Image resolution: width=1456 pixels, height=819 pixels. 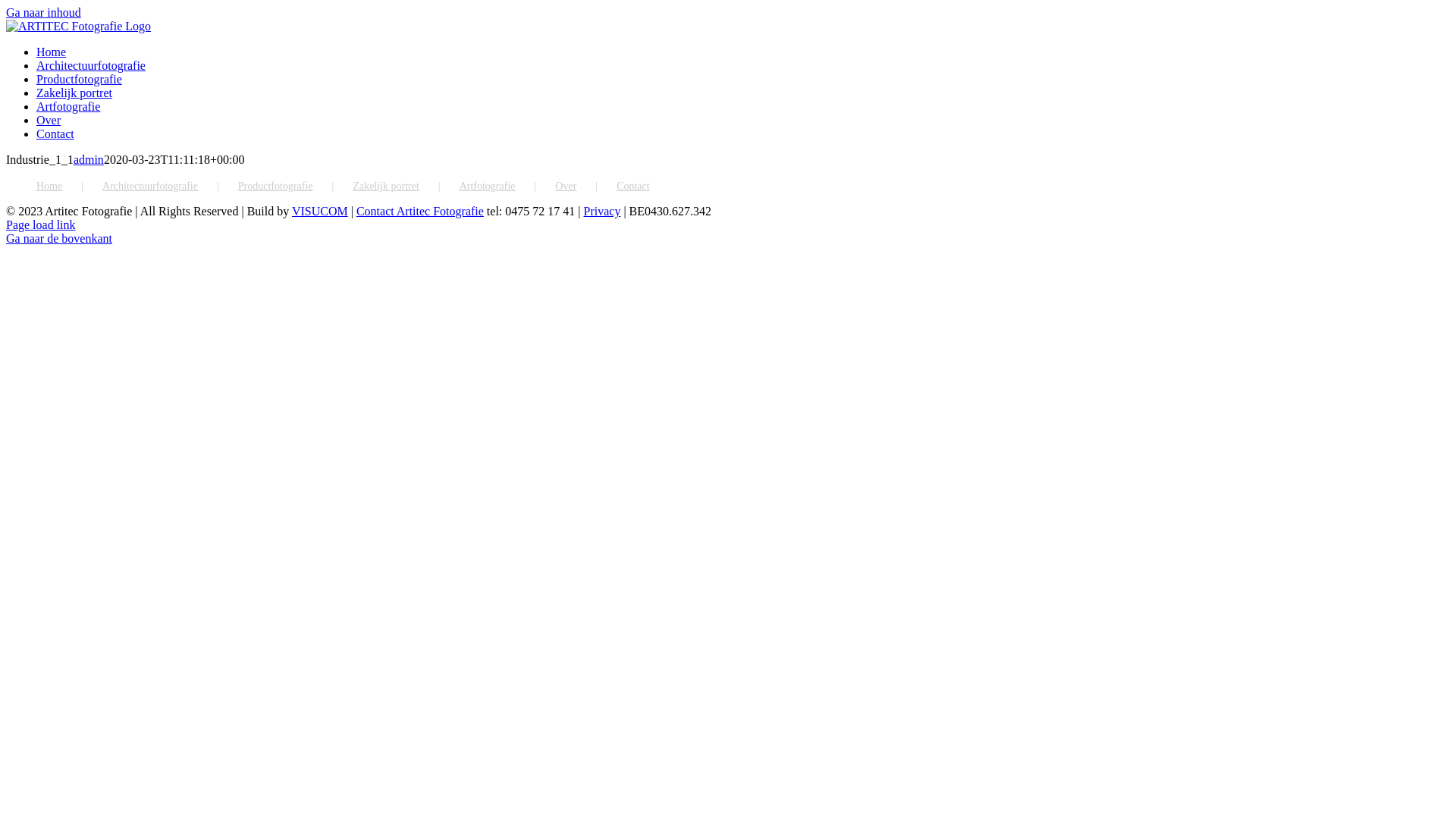 What do you see at coordinates (291, 211) in the screenshot?
I see `'VISUCOM'` at bounding box center [291, 211].